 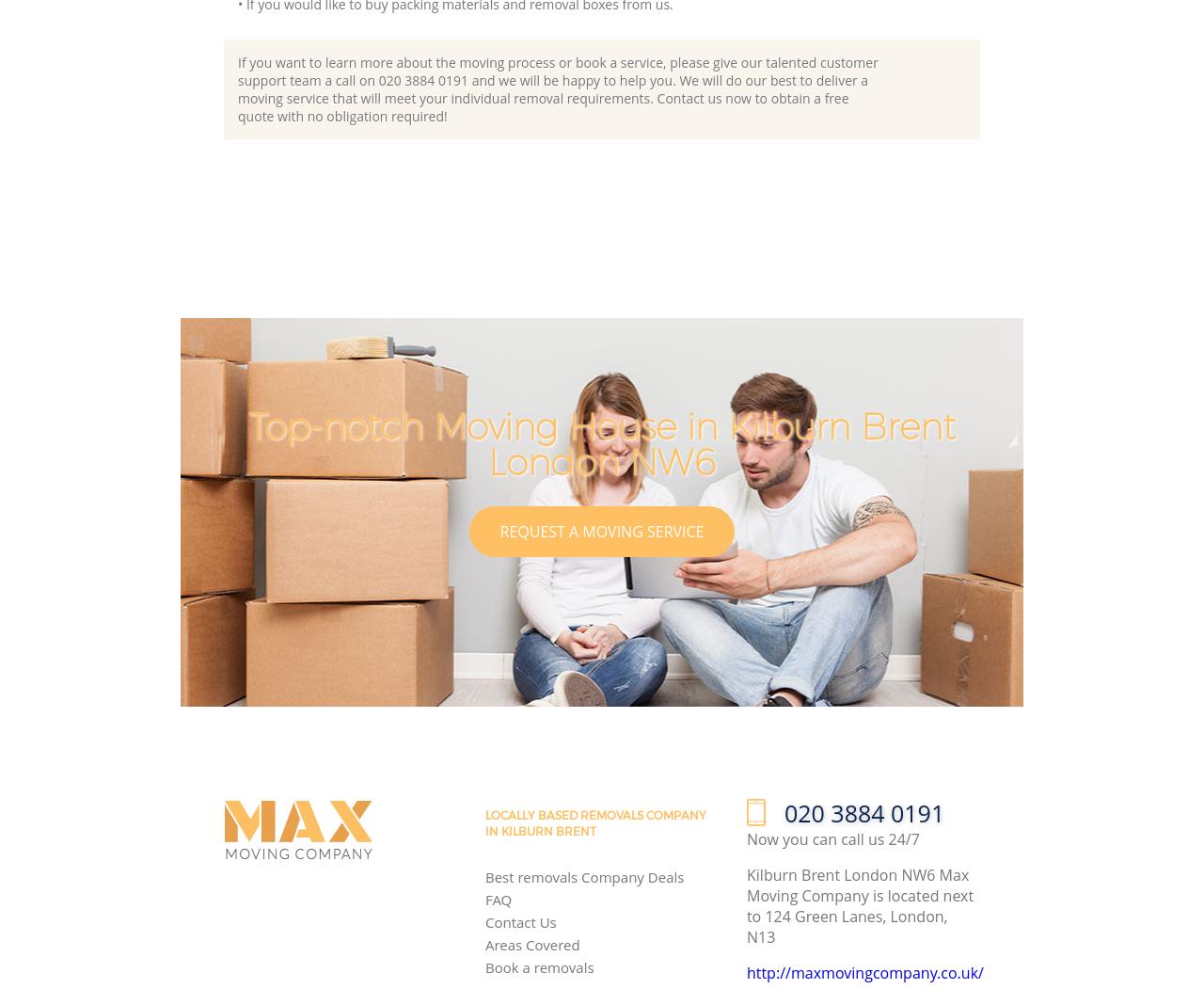 I want to click on 'Best removals Company Deals', so click(x=483, y=876).